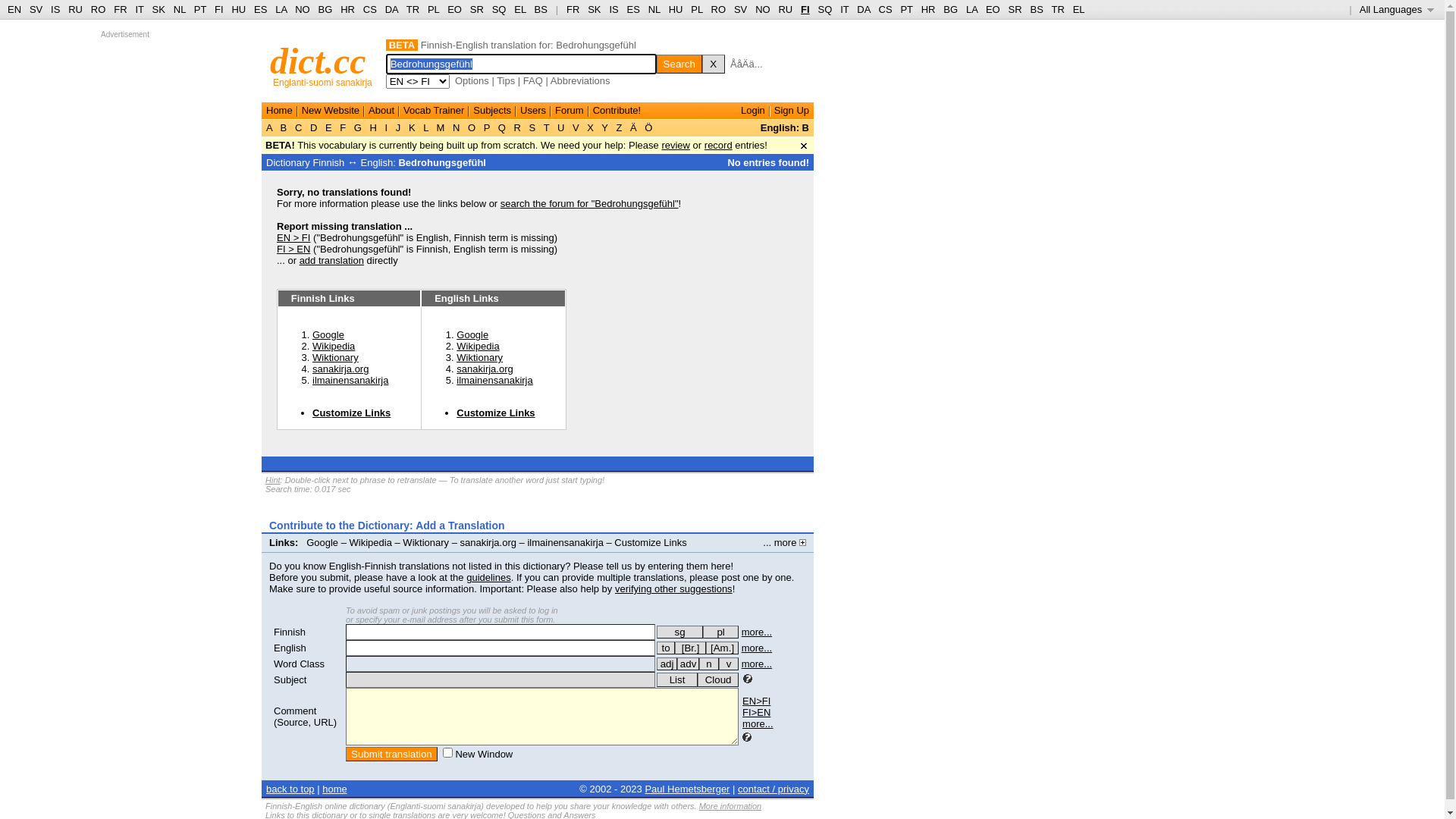 Image resolution: width=1456 pixels, height=819 pixels. I want to click on 'EO', so click(993, 9).